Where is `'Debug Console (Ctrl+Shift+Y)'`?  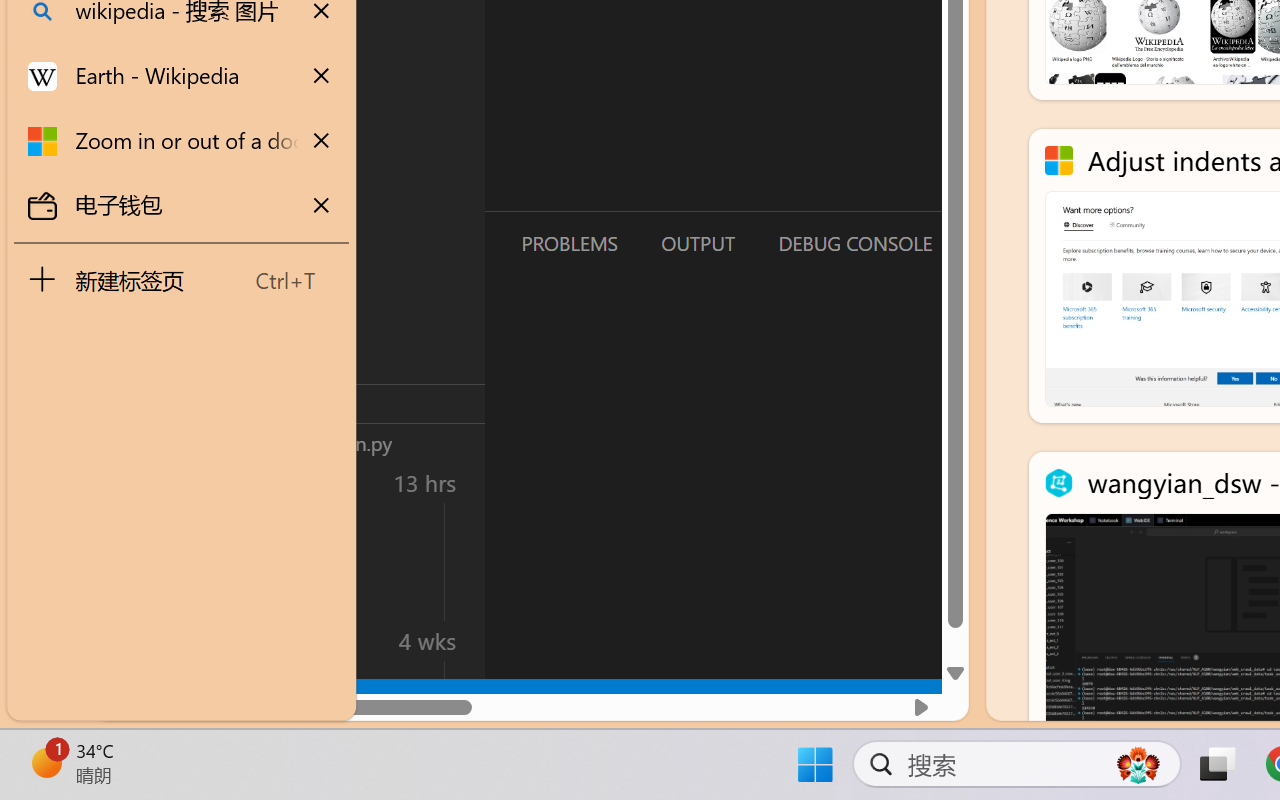
'Debug Console (Ctrl+Shift+Y)' is located at coordinates (854, 242).